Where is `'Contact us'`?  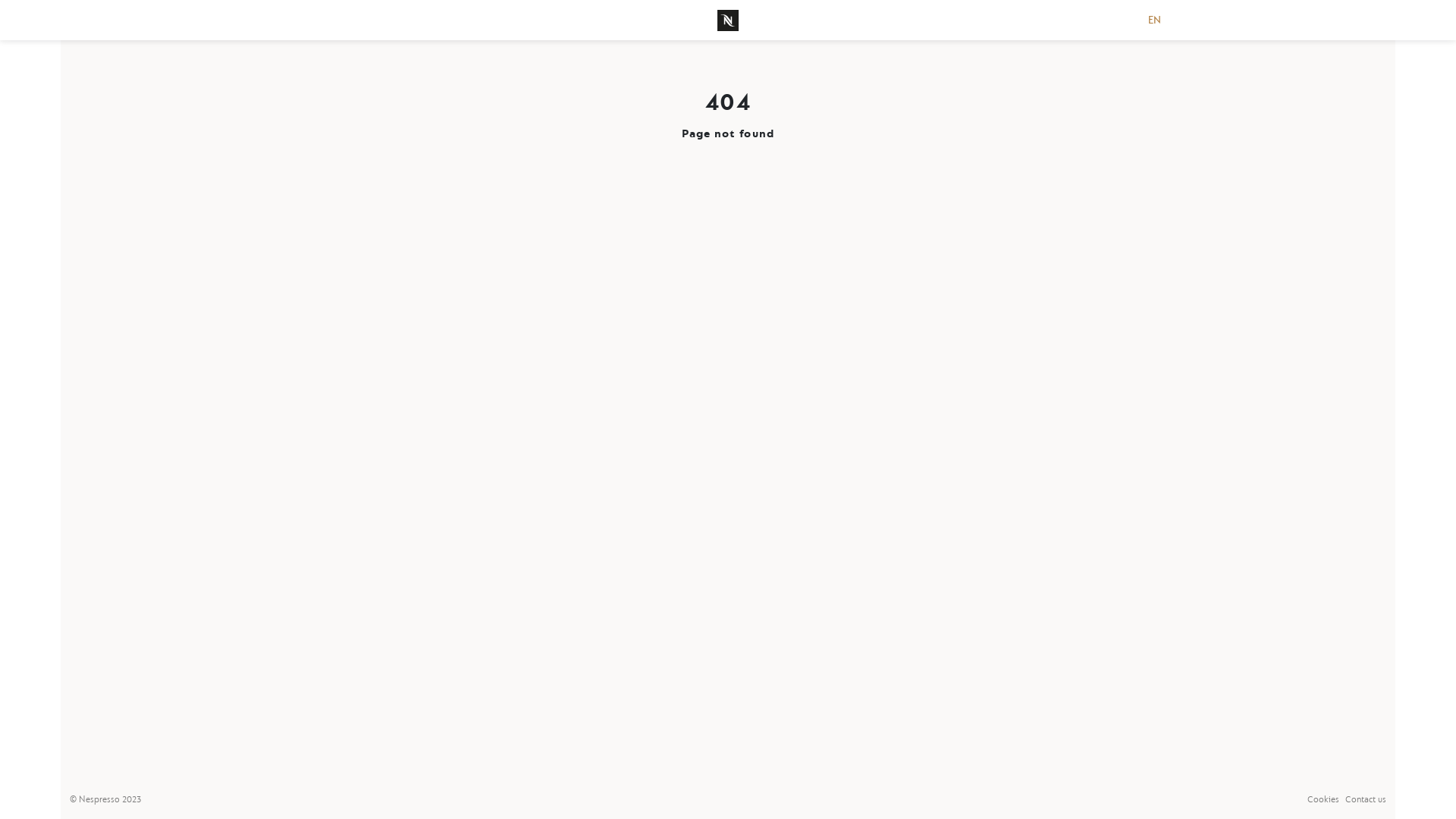
'Contact us' is located at coordinates (1365, 799).